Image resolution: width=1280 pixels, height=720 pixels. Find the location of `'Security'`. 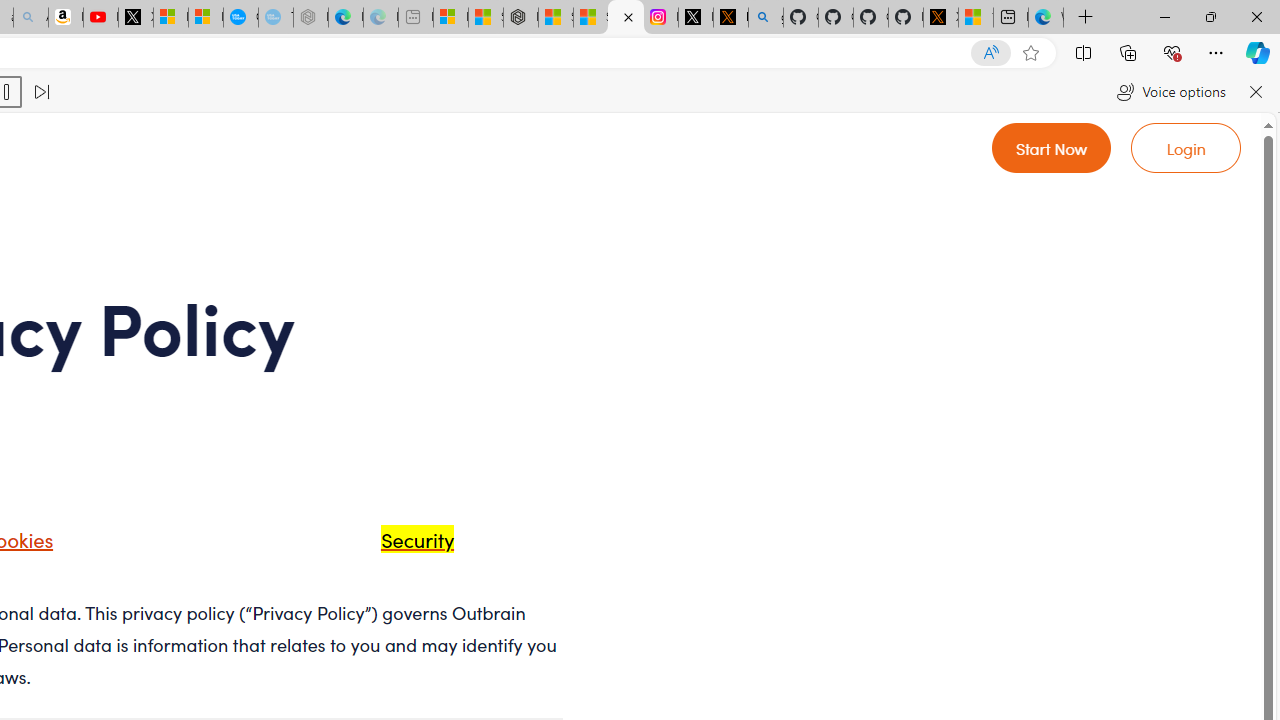

'Security' is located at coordinates (411, 537).